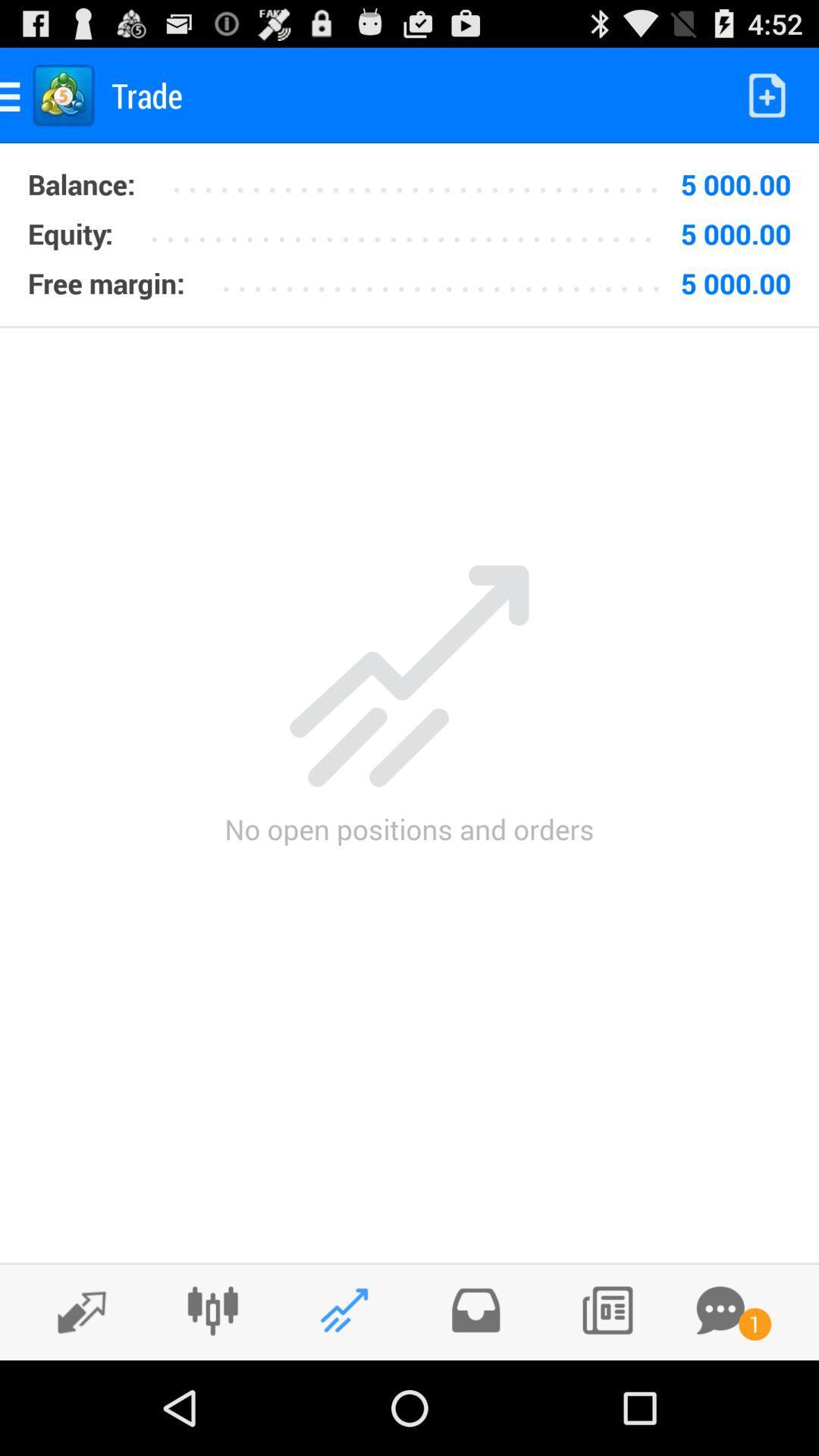  I want to click on icon to the left of 5 000.00, so click(446, 278).